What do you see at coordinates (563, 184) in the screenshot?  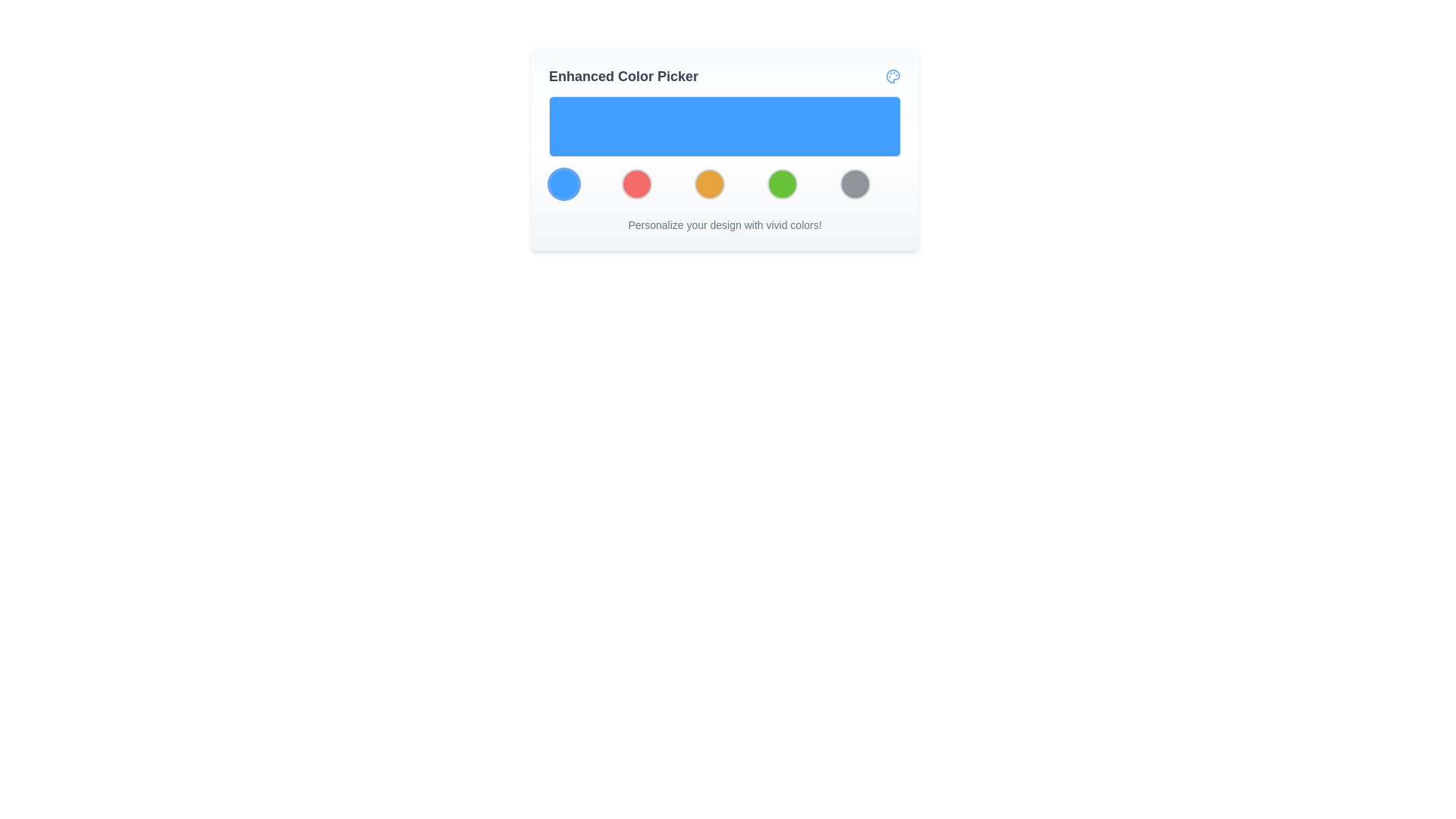 I see `the first circular button with a bright blue background and a two-tone blue border` at bounding box center [563, 184].